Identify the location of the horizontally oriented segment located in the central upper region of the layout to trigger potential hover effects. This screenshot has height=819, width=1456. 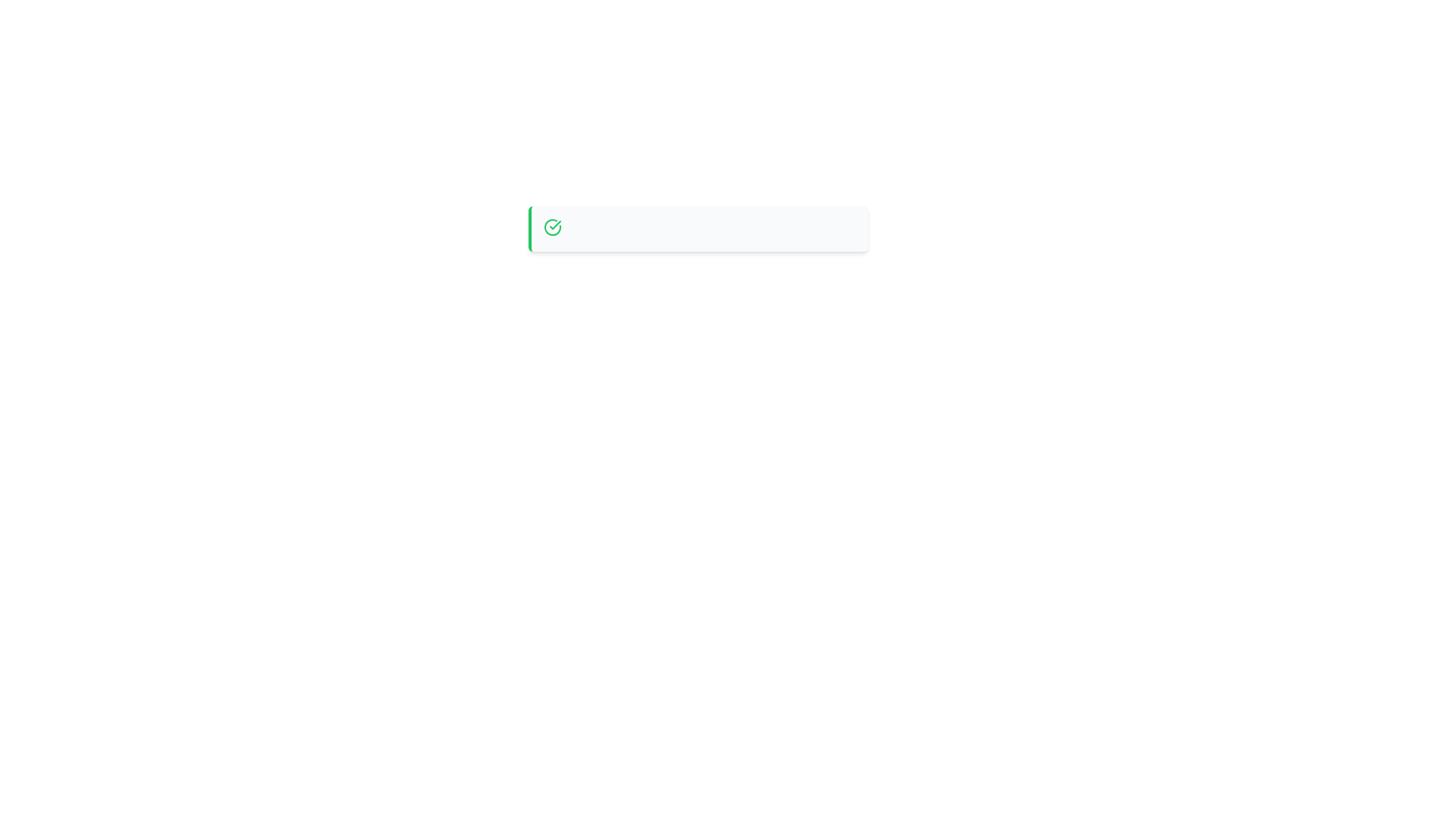
(714, 228).